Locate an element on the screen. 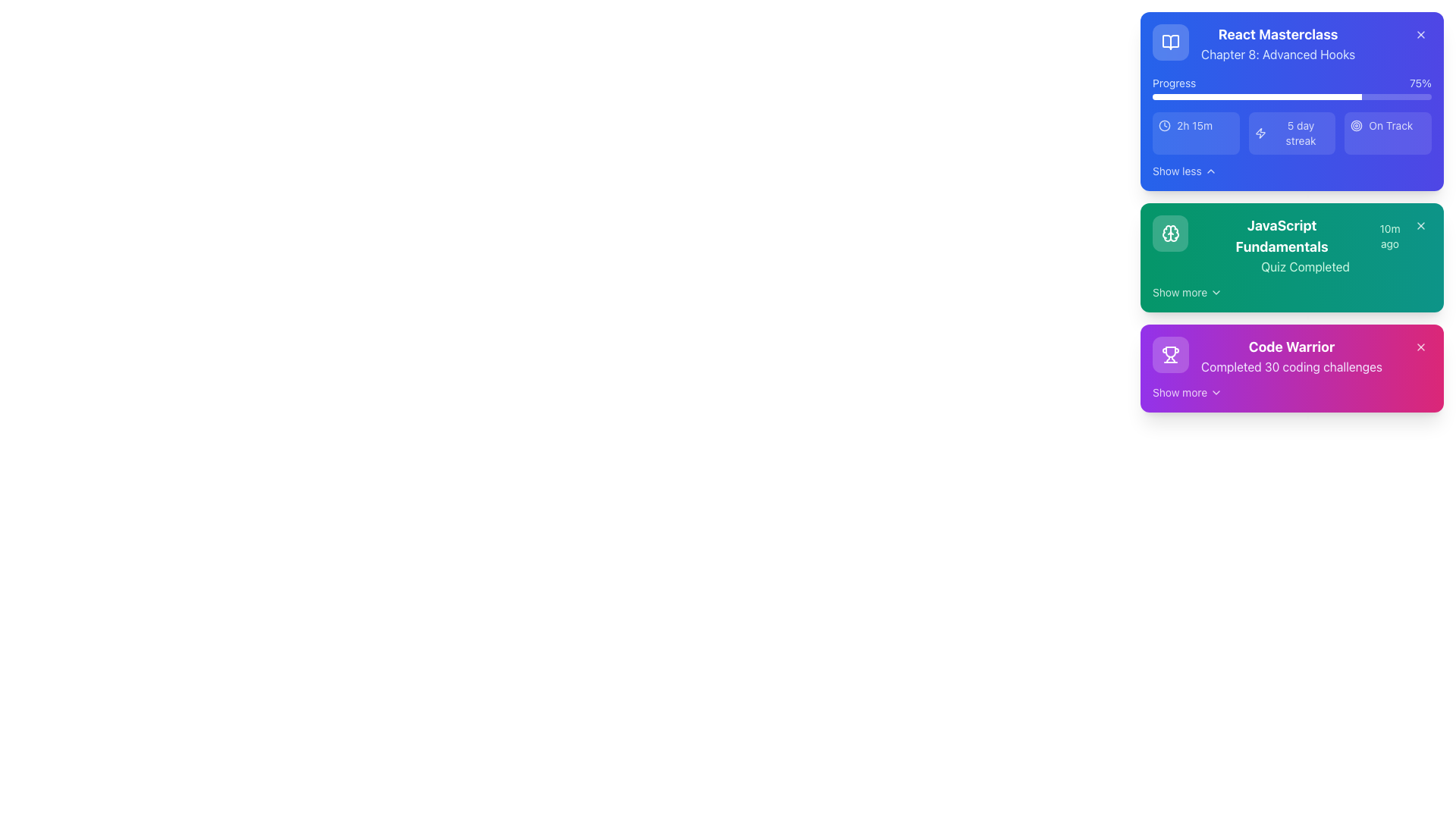 Image resolution: width=1456 pixels, height=819 pixels. the streak indicator label located in the upper right corner of the blue card labeled 'React Masterclass' is located at coordinates (1291, 133).